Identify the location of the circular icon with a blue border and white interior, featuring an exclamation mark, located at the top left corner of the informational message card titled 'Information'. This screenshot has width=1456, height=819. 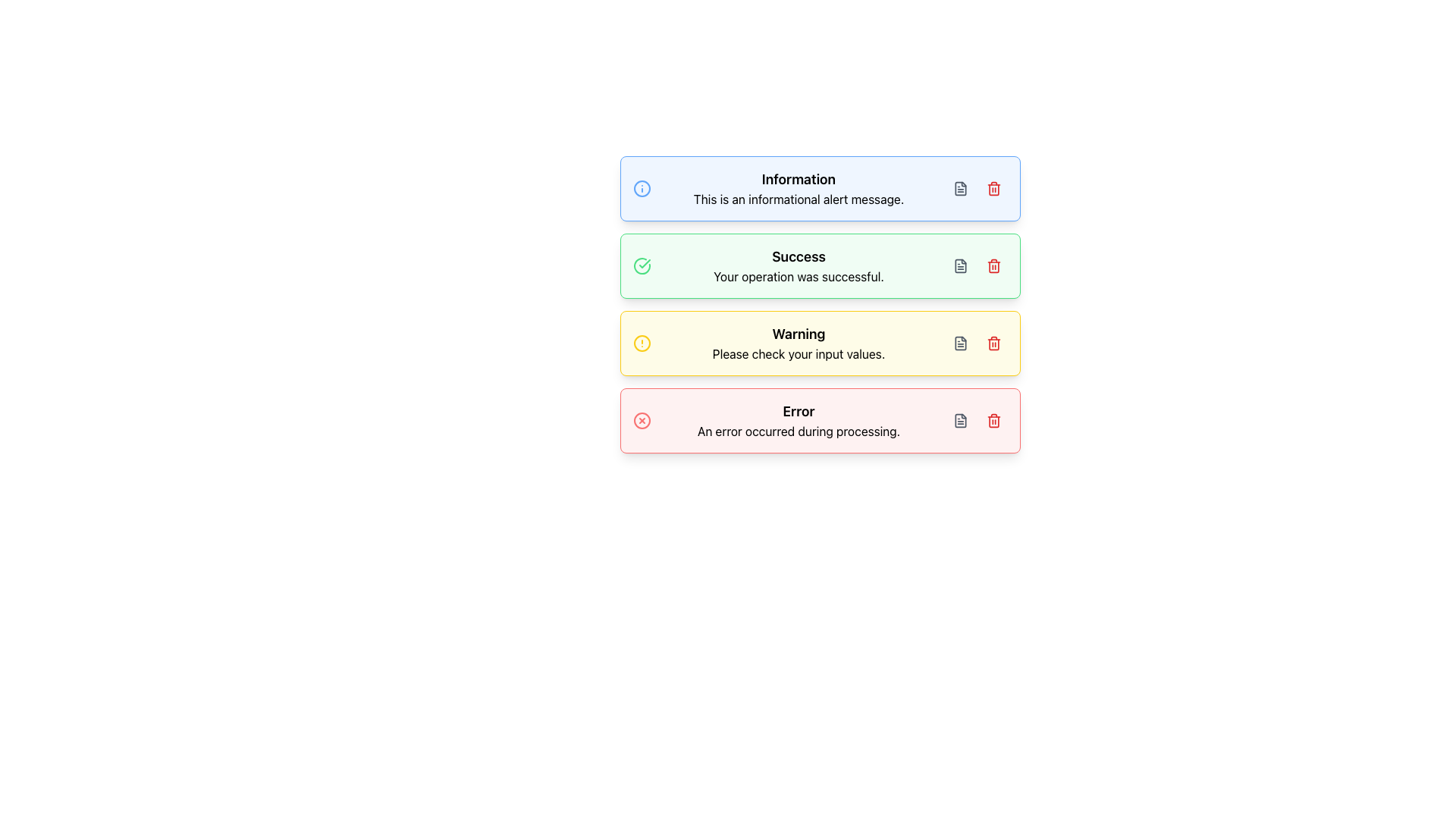
(642, 188).